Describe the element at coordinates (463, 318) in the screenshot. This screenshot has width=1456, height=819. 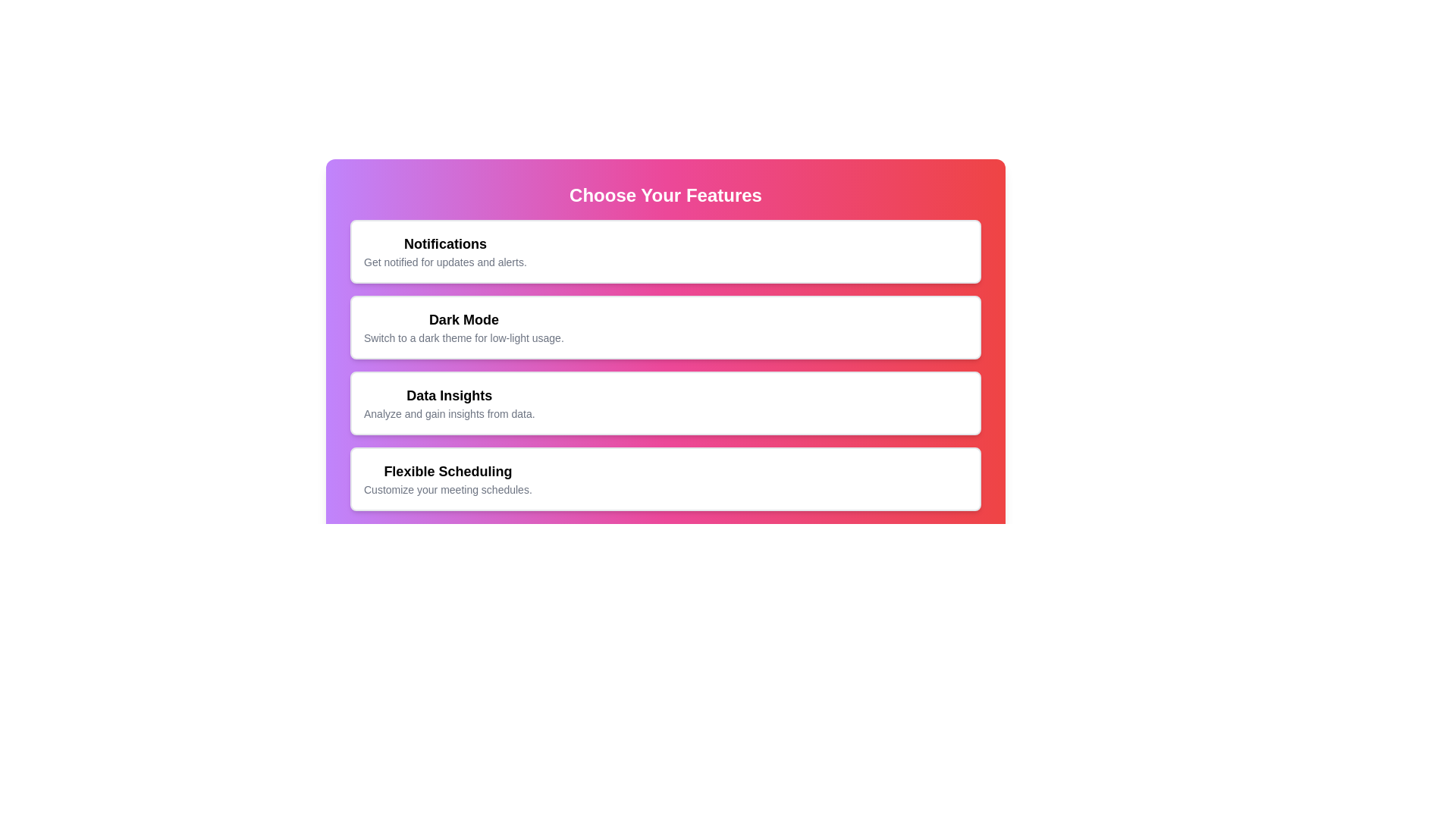
I see `the 'Dark Mode' text label, which is the main heading of its section and prominently displayed in a bold, large font, located above the description line in the second white rectangular feature section` at that location.